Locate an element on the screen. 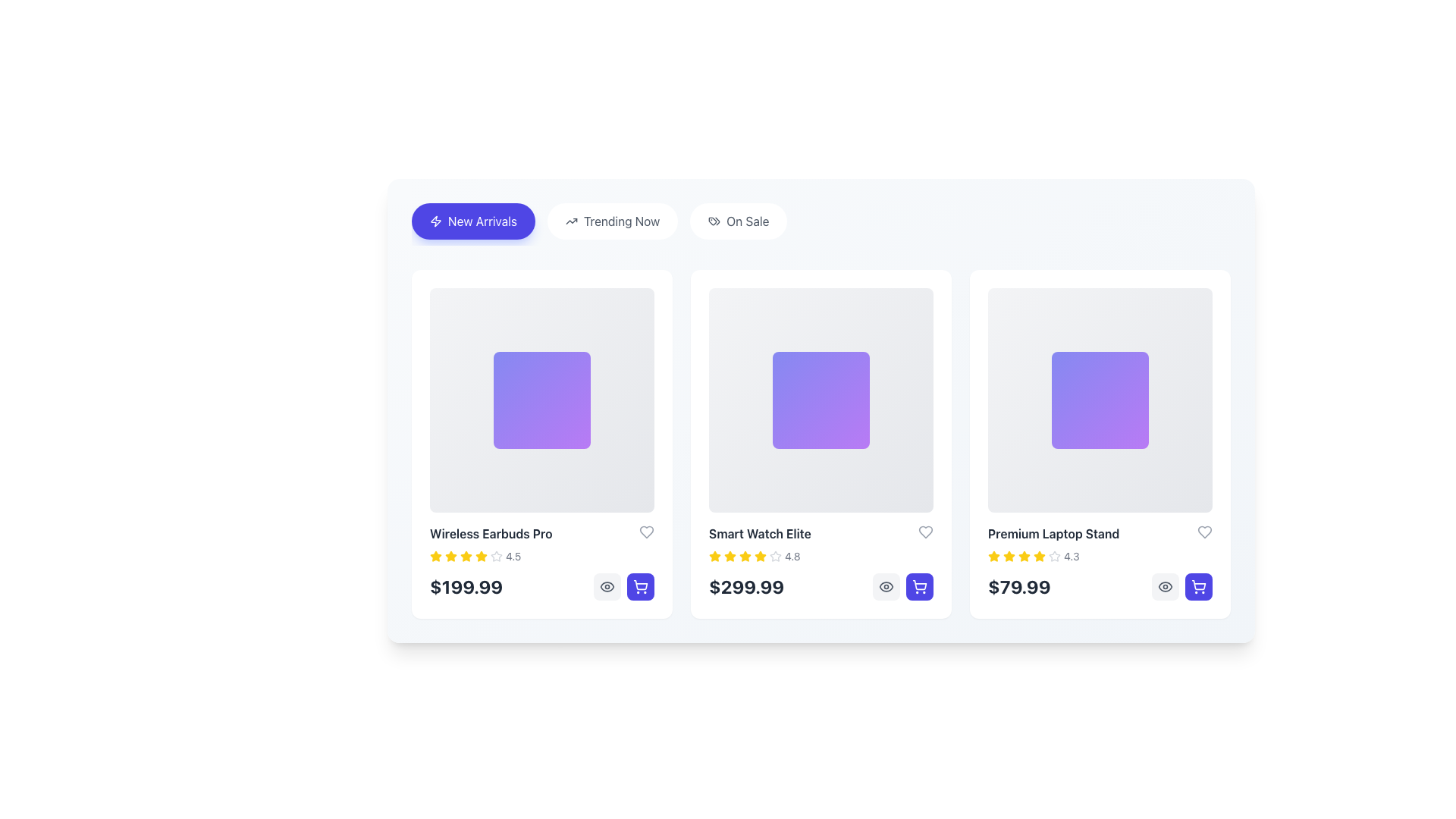 The height and width of the screenshot is (819, 1456). the non-interactive Text label located within the navigation group, positioned between the 'New Arrivals' and 'On Sale' buttons is located at coordinates (622, 221).